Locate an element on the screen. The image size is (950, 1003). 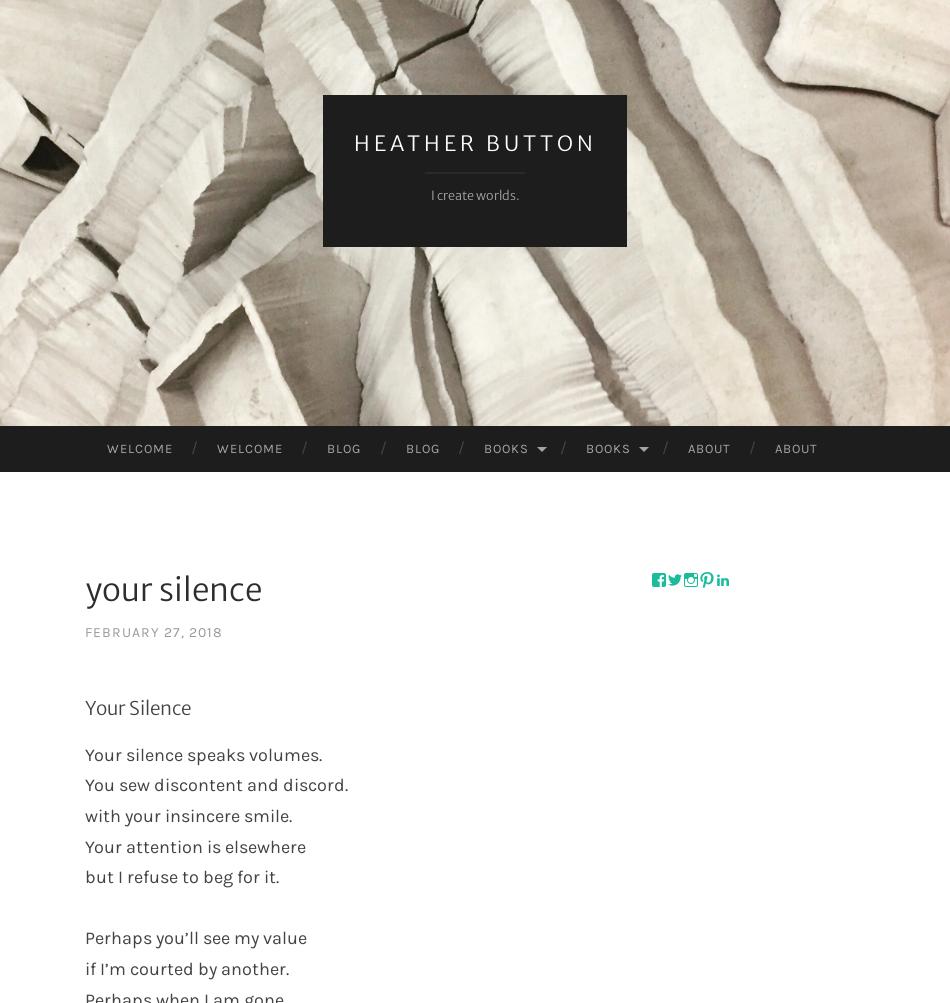
'Your silence speaks volumes.' is located at coordinates (203, 752).